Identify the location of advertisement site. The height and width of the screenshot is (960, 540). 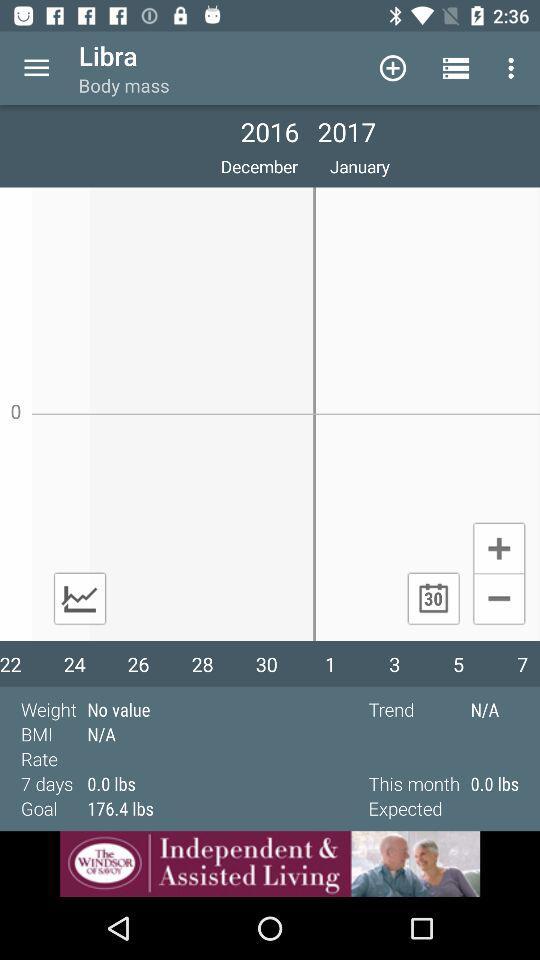
(270, 863).